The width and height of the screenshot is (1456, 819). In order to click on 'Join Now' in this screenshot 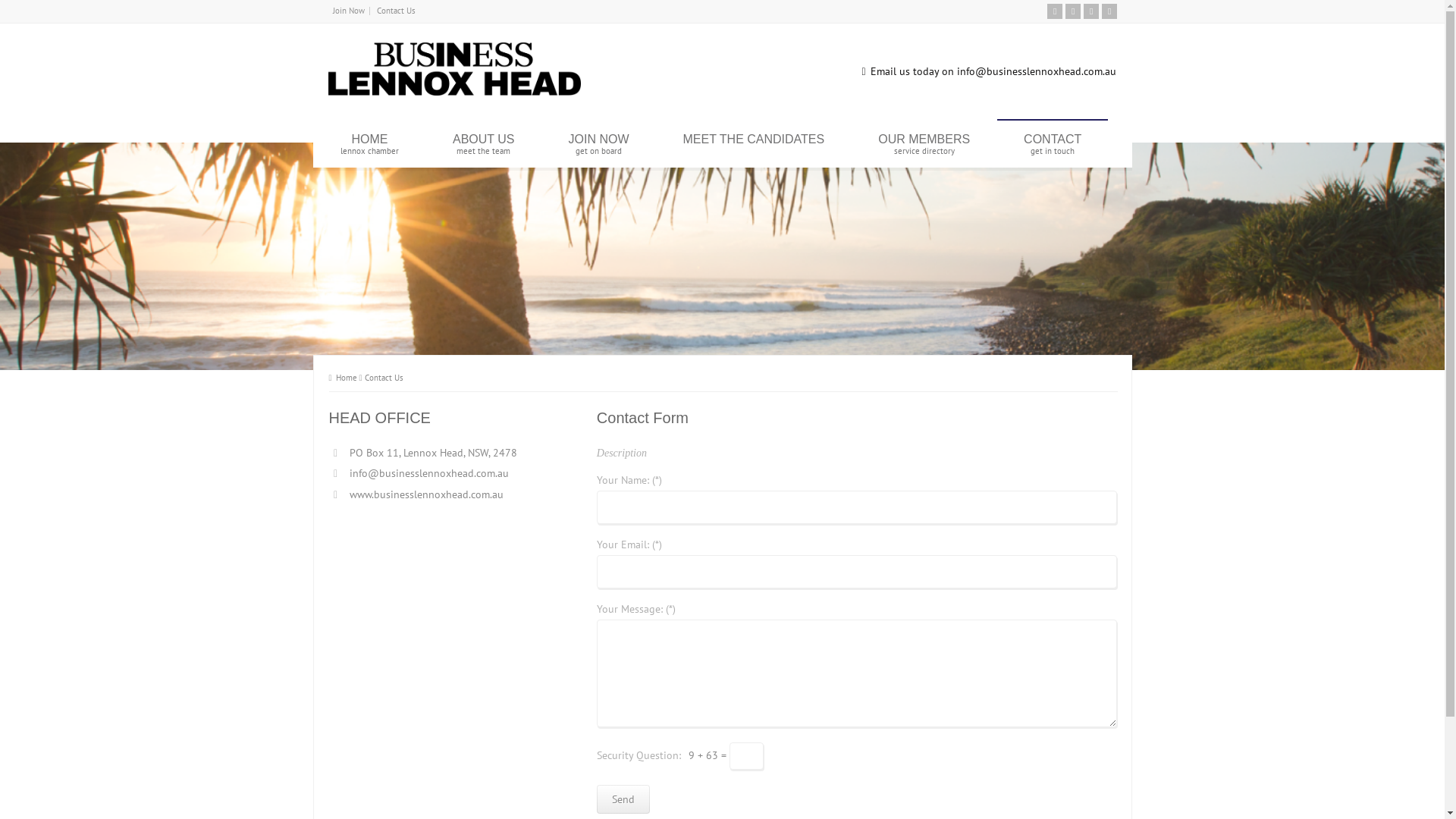, I will do `click(347, 11)`.